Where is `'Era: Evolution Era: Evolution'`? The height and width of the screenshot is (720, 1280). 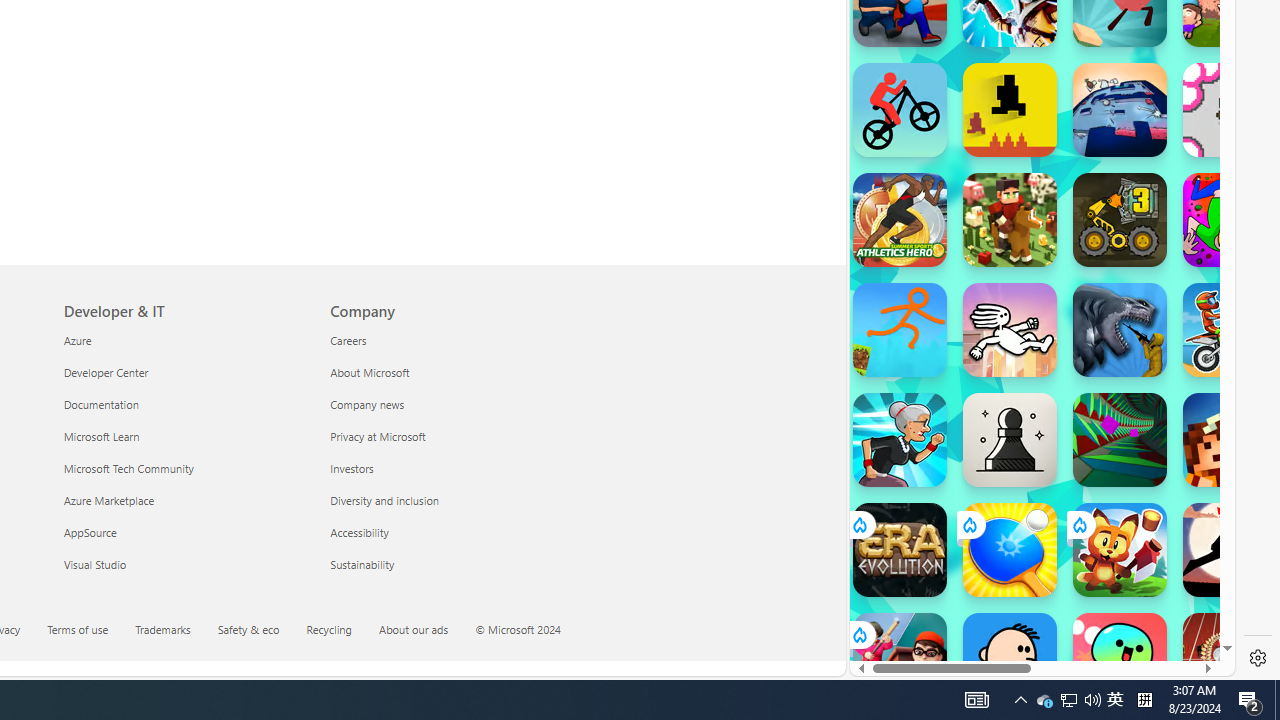
'Era: Evolution Era: Evolution' is located at coordinates (898, 550).